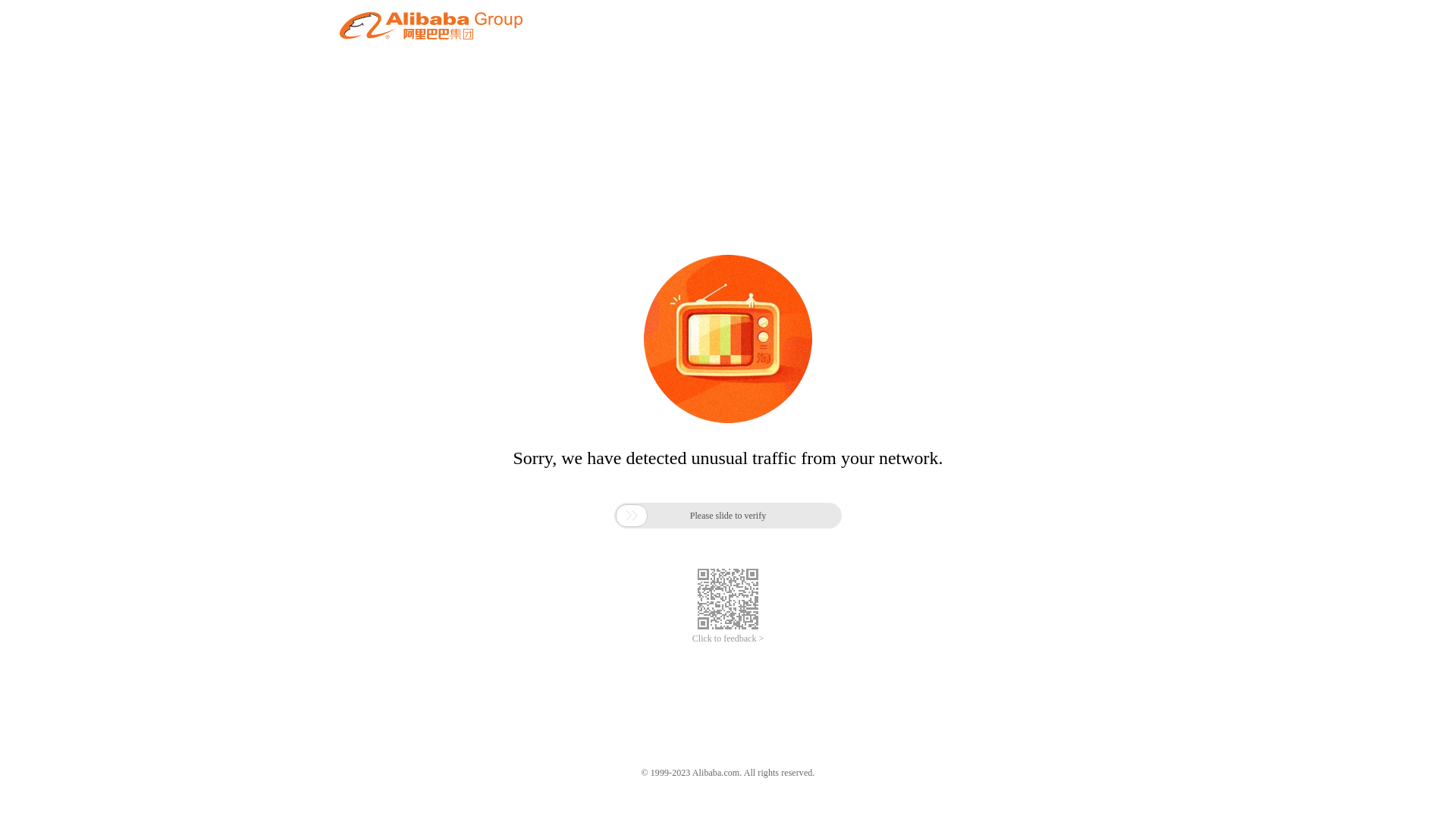 This screenshot has height=819, width=1456. Describe the element at coordinates (728, 639) in the screenshot. I see `'Click to feedback >'` at that location.